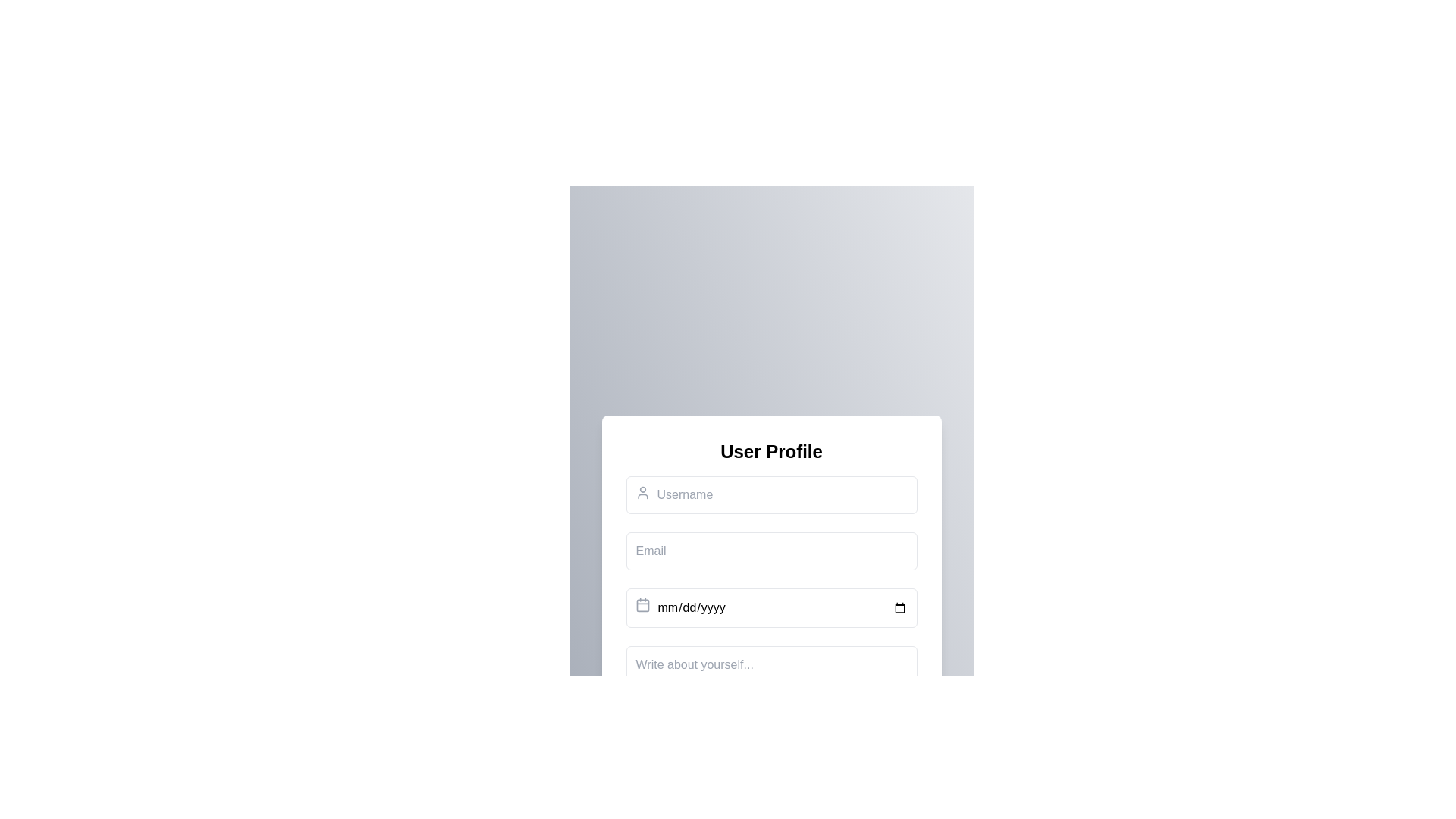  I want to click on the calendar icon located in the upper left corner of the date input field in the user profile section, so click(642, 604).